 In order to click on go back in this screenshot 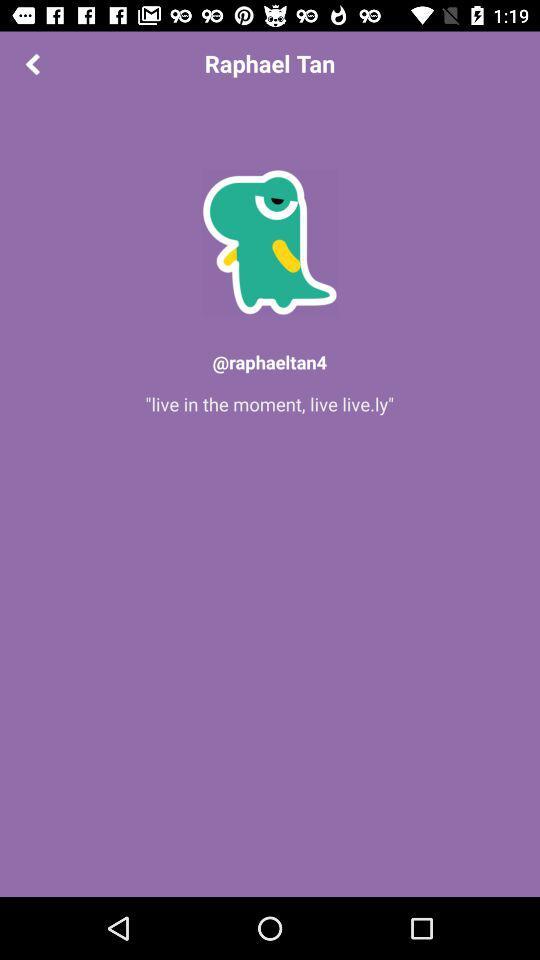, I will do `click(31, 63)`.